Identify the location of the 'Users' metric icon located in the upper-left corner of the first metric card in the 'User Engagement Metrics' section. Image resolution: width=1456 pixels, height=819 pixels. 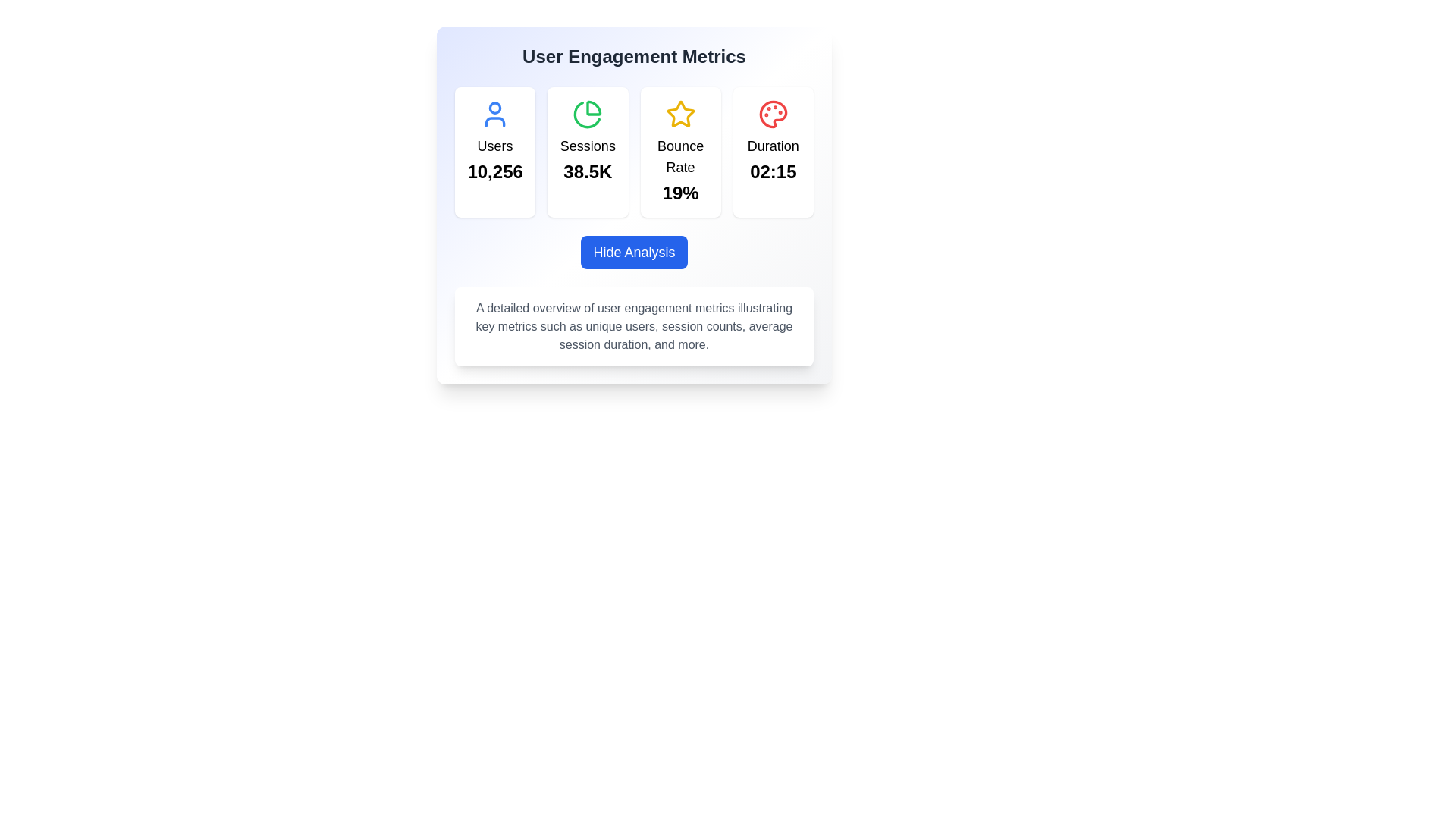
(495, 113).